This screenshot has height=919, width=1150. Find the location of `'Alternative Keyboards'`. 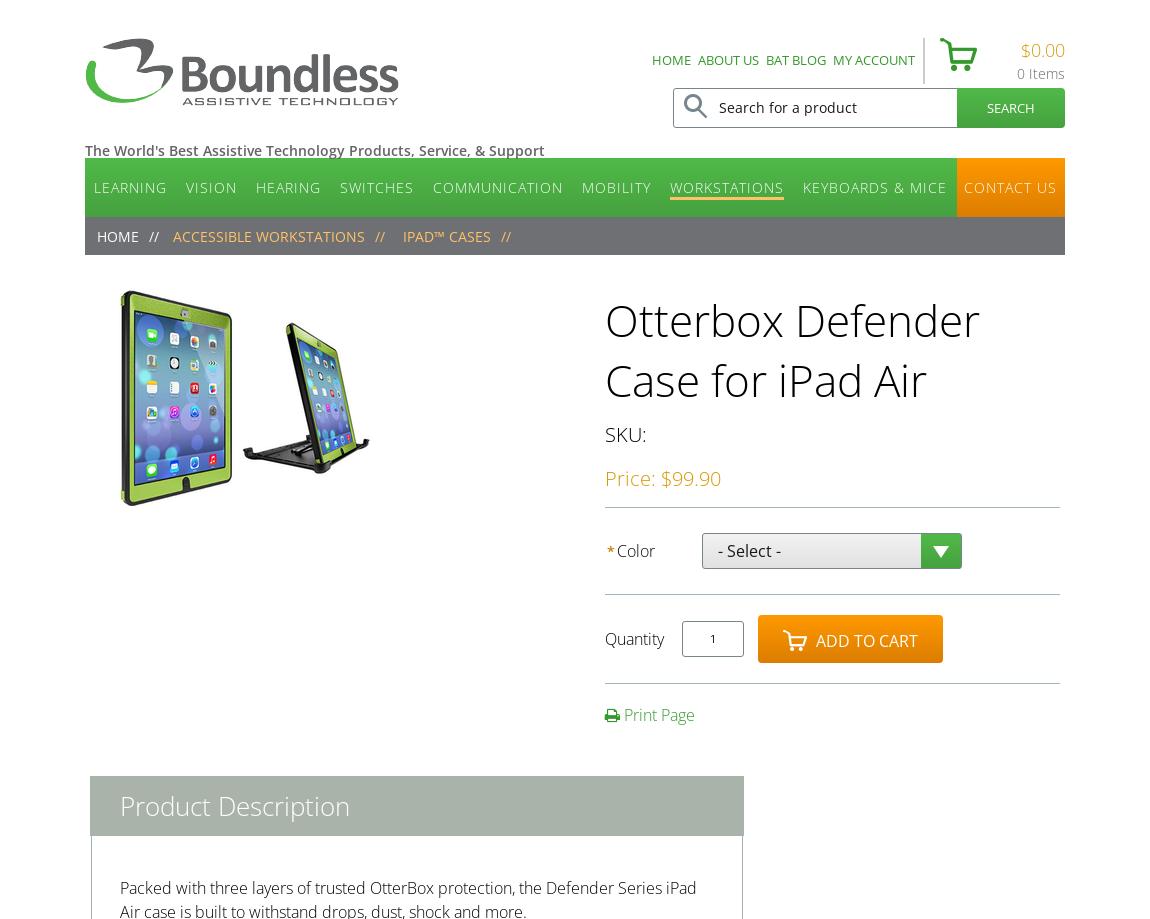

'Alternative Keyboards' is located at coordinates (676, 365).